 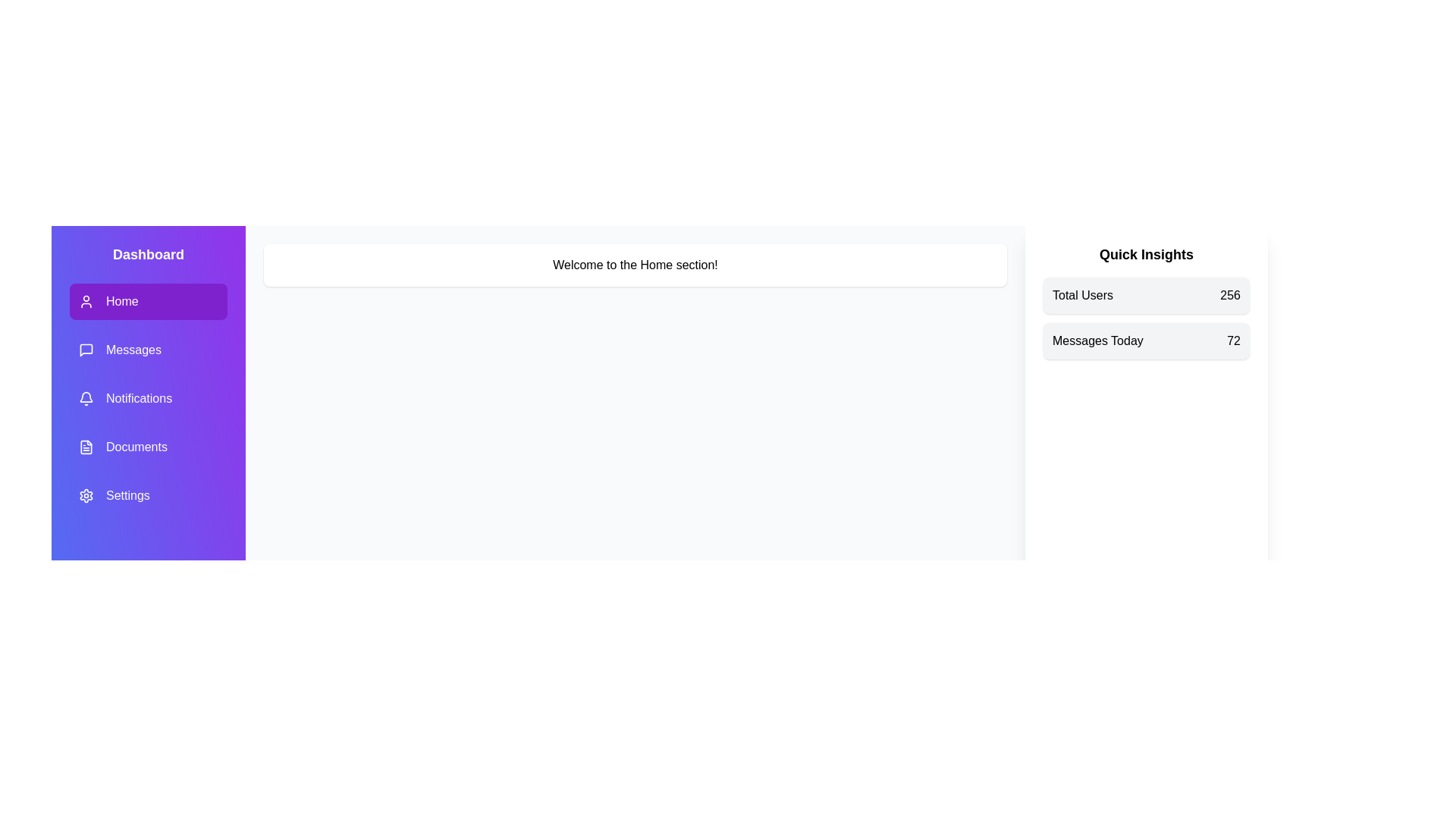 What do you see at coordinates (86, 496) in the screenshot?
I see `the settings icon located in the bottom part of the vertical menu on the left side of the interface, under the label 'Settings' in the sidebar` at bounding box center [86, 496].